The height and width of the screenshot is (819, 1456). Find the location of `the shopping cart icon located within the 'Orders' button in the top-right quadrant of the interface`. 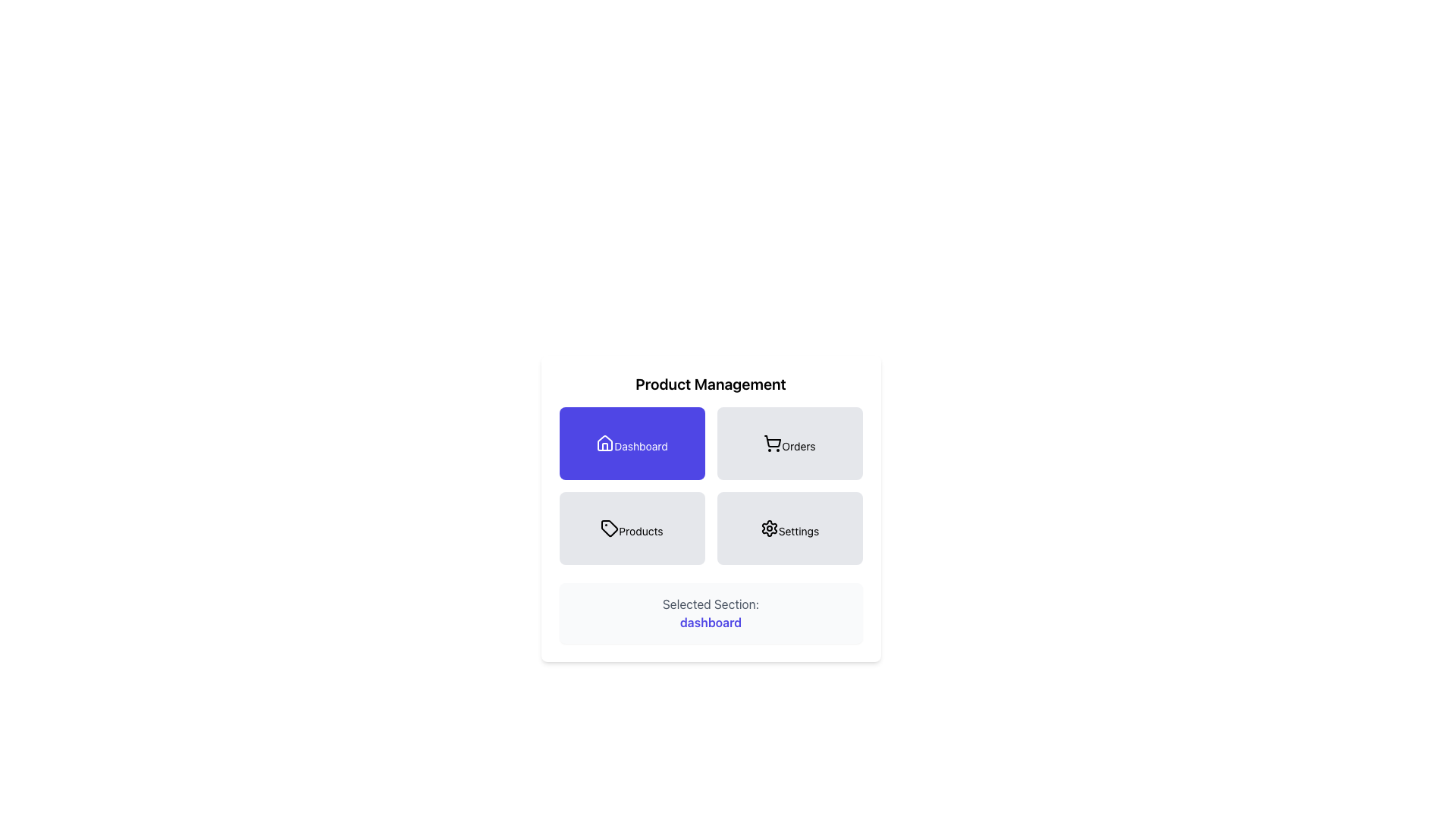

the shopping cart icon located within the 'Orders' button in the top-right quadrant of the interface is located at coordinates (773, 441).